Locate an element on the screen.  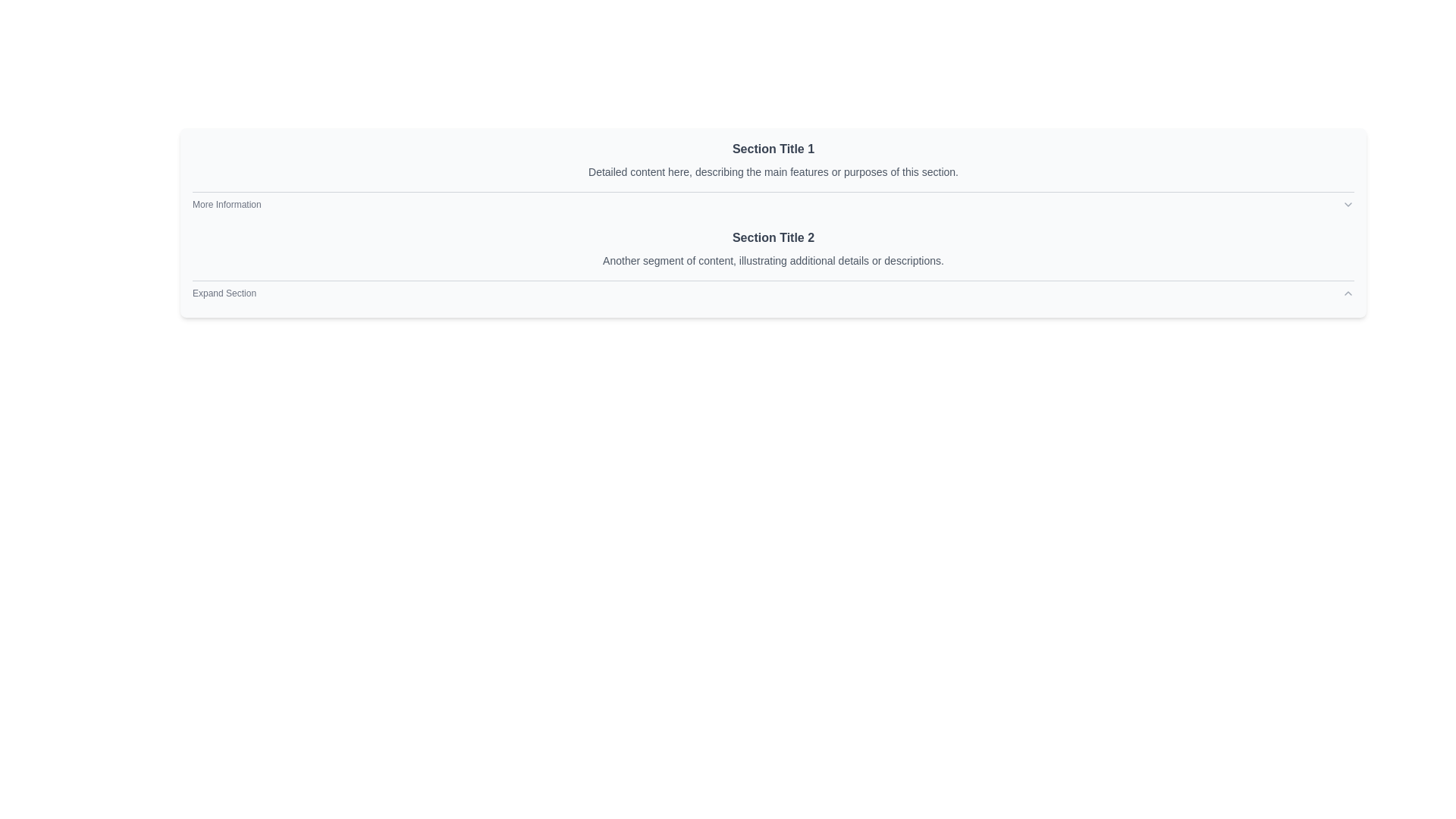
header text located at the top section of the interface, which serves as a title for the content that follows is located at coordinates (773, 149).